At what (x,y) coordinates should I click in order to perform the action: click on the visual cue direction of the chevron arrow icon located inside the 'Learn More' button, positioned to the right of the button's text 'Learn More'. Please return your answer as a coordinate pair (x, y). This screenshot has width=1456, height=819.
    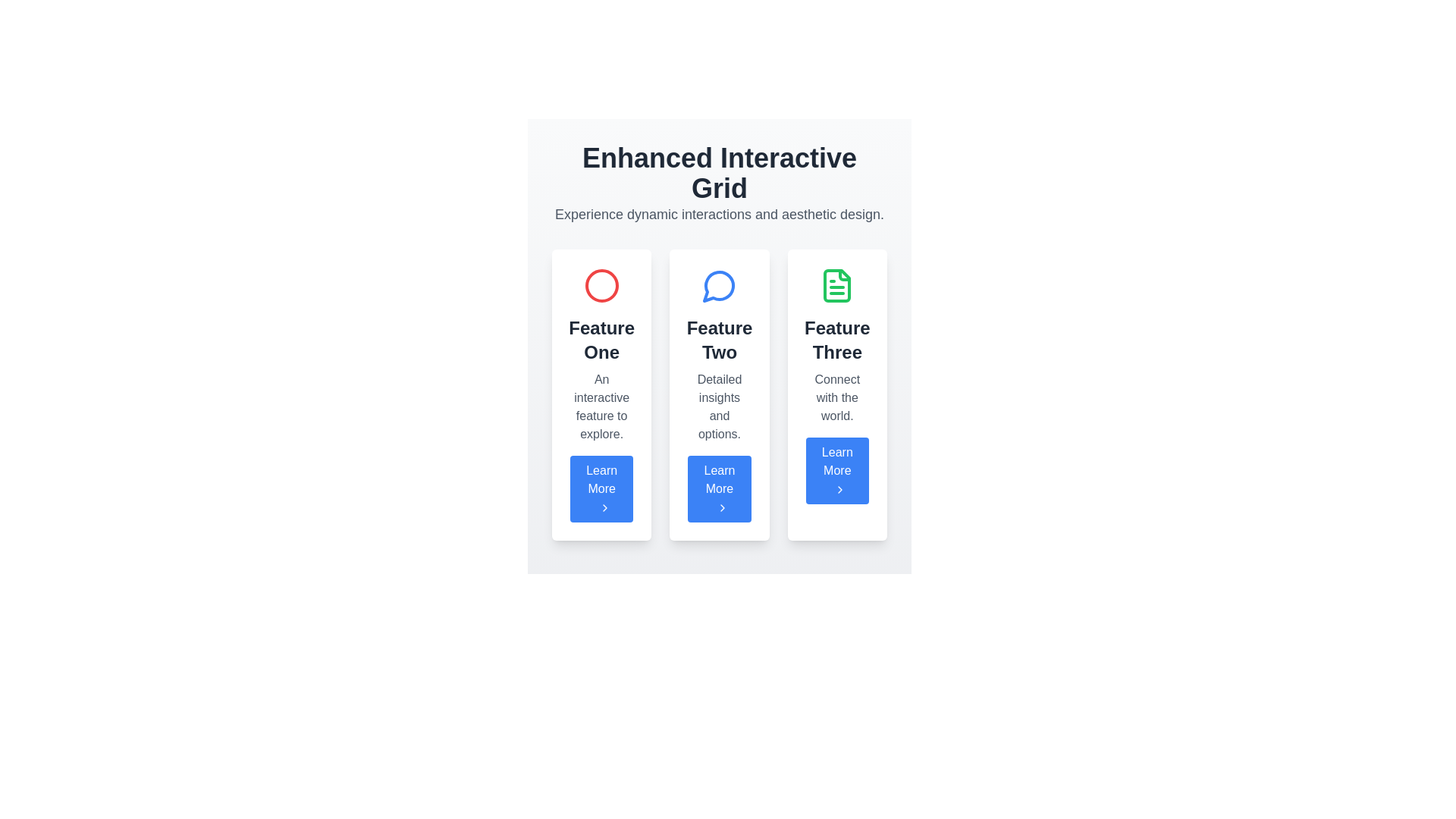
    Looking at the image, I should click on (604, 507).